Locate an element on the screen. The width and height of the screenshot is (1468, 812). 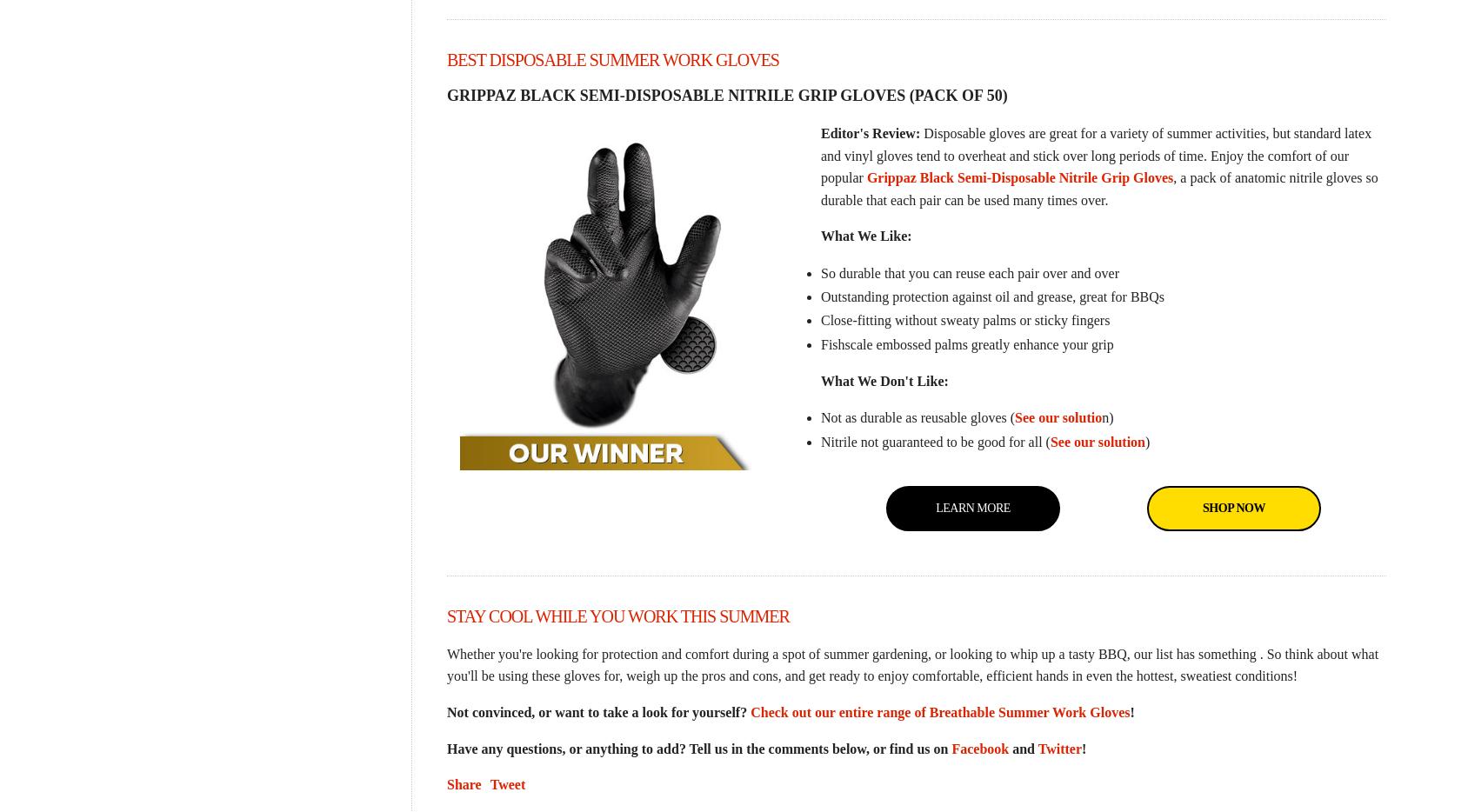
'Facebook' is located at coordinates (950, 747).